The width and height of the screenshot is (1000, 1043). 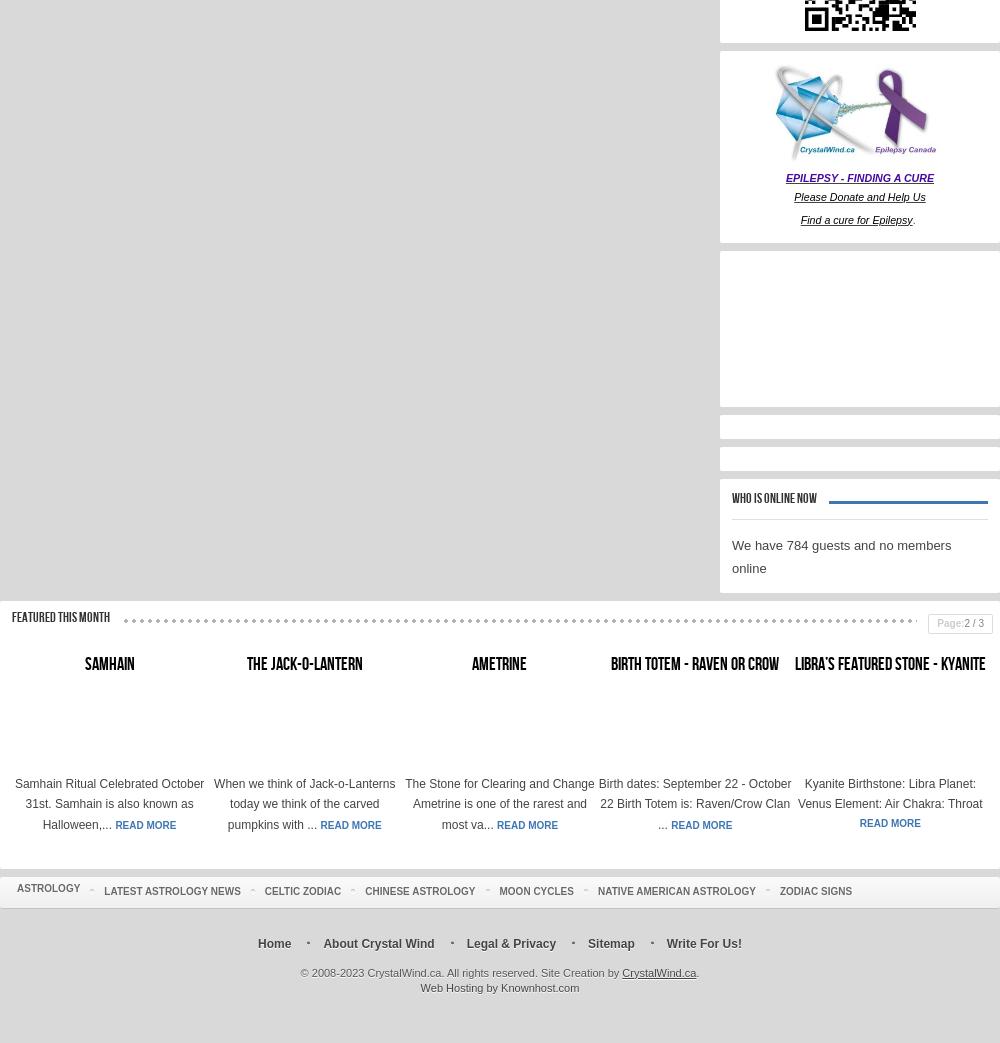 What do you see at coordinates (48, 887) in the screenshot?
I see `'Astrology'` at bounding box center [48, 887].